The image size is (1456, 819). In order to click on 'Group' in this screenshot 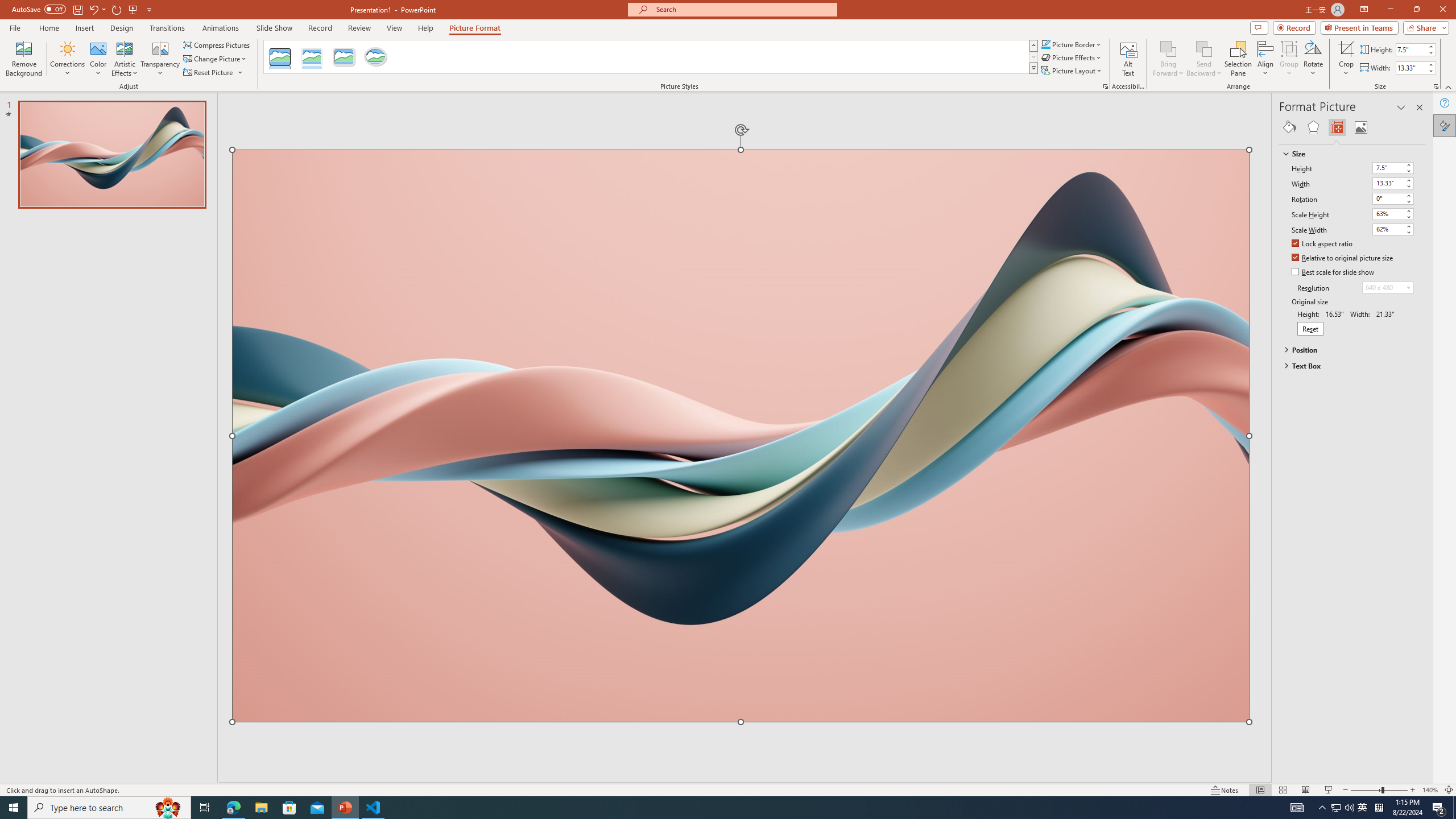, I will do `click(1289, 59)`.